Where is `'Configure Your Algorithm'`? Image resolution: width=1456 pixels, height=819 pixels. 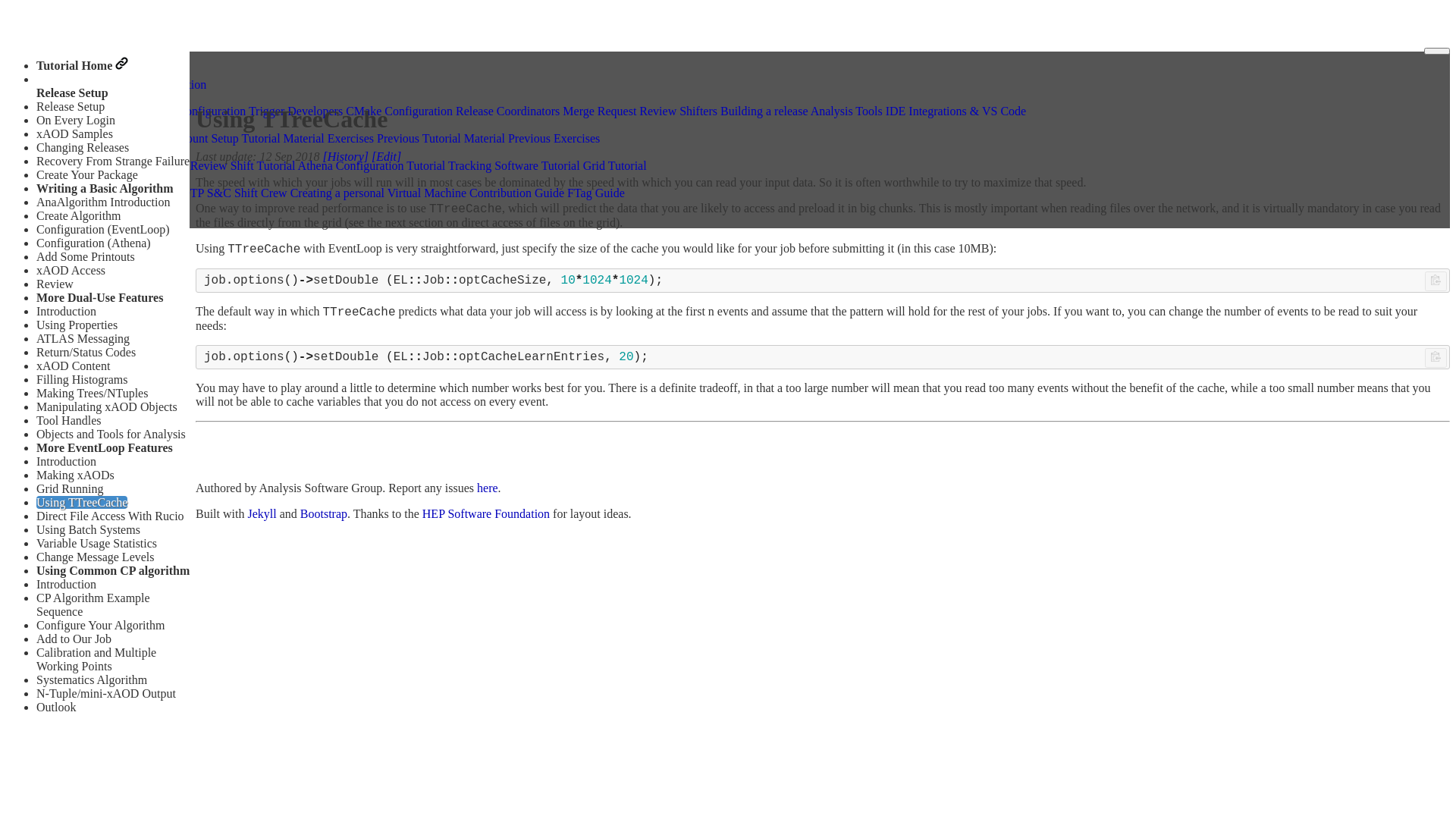
'Configure Your Algorithm' is located at coordinates (99, 625).